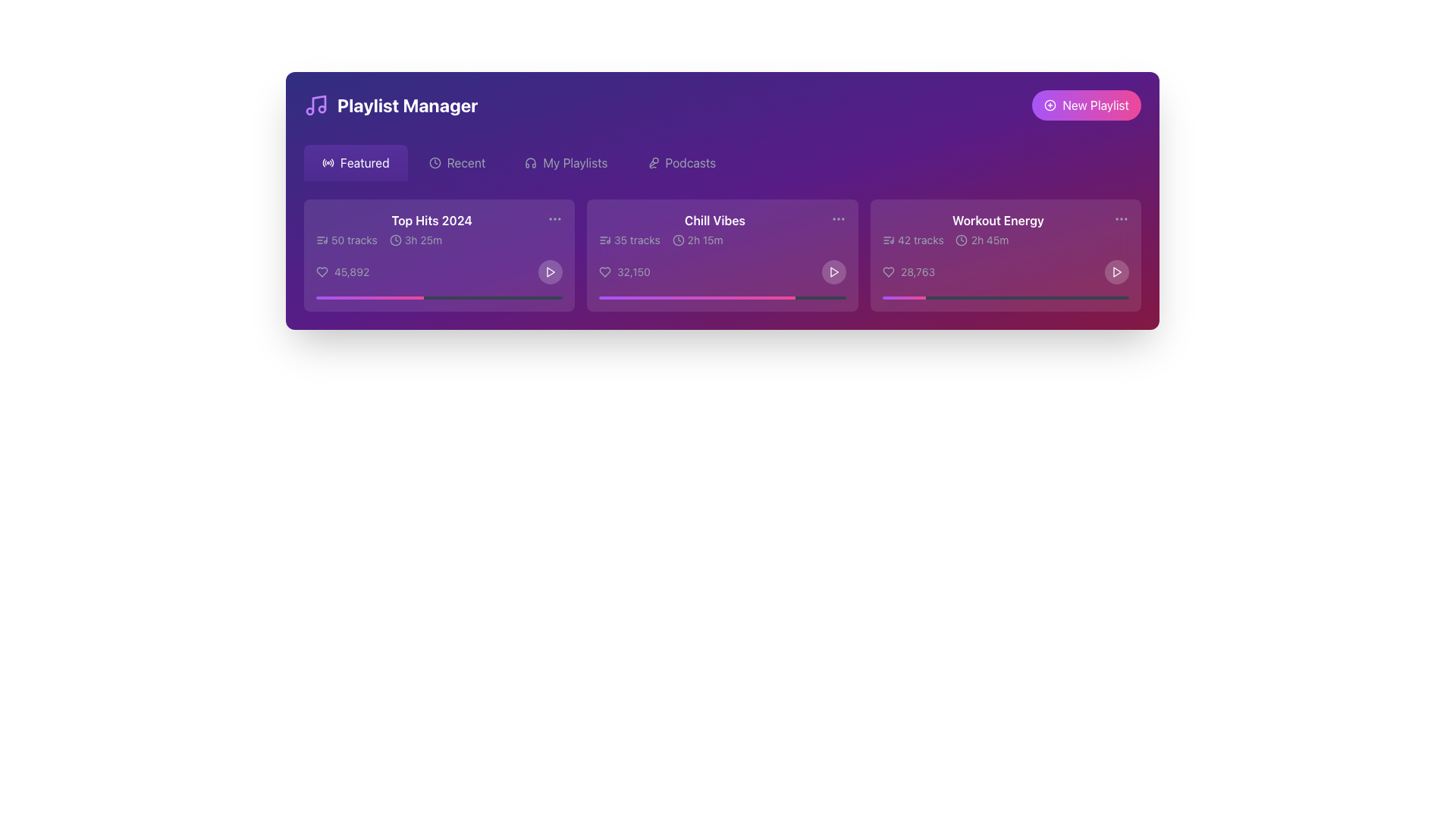  Describe the element at coordinates (407, 104) in the screenshot. I see `the static text label indicating the 'Playlist Manager' module, which is positioned in the top left section of the interface` at that location.